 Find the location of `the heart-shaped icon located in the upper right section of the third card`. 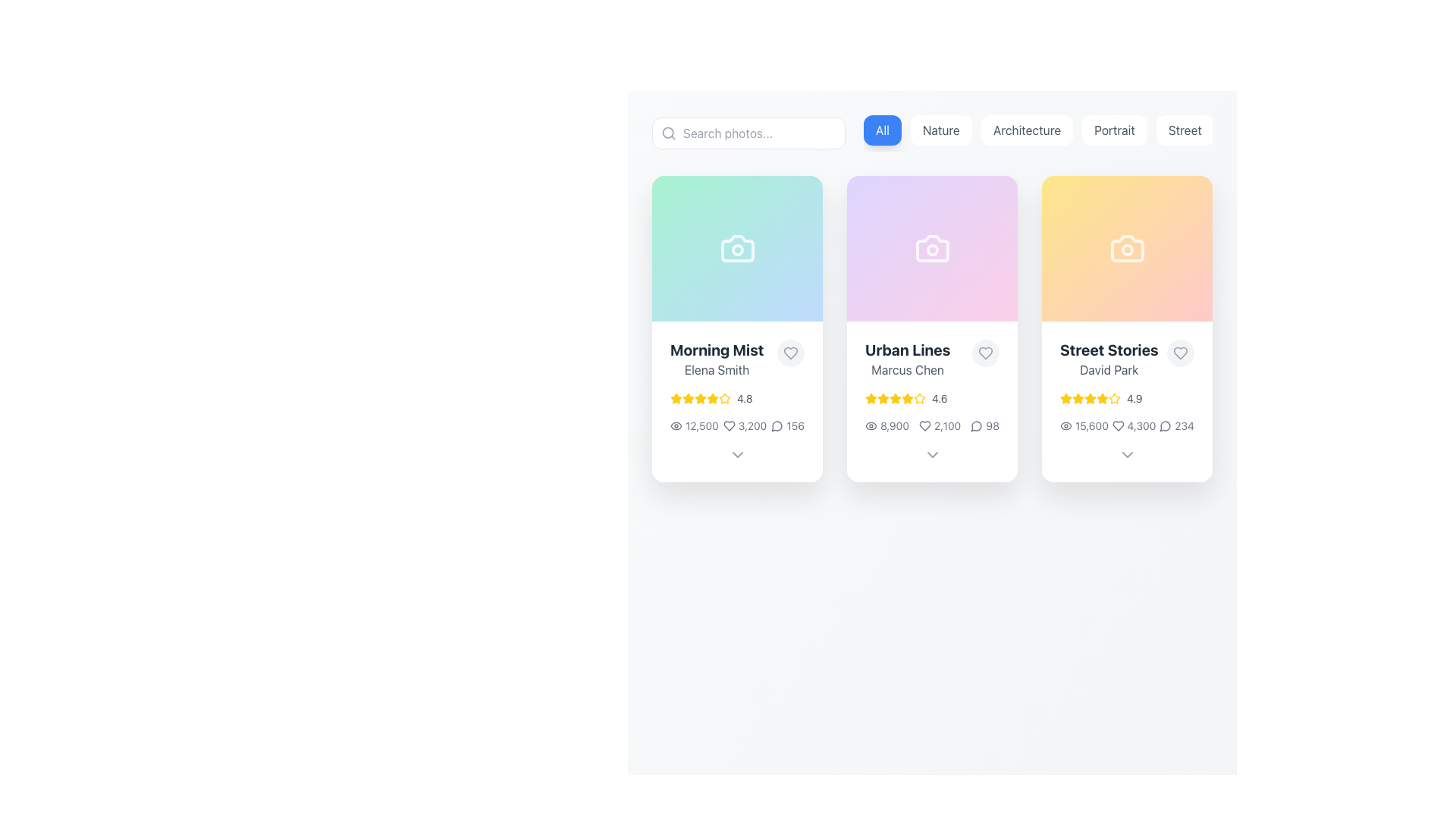

the heart-shaped icon located in the upper right section of the third card is located at coordinates (1179, 353).